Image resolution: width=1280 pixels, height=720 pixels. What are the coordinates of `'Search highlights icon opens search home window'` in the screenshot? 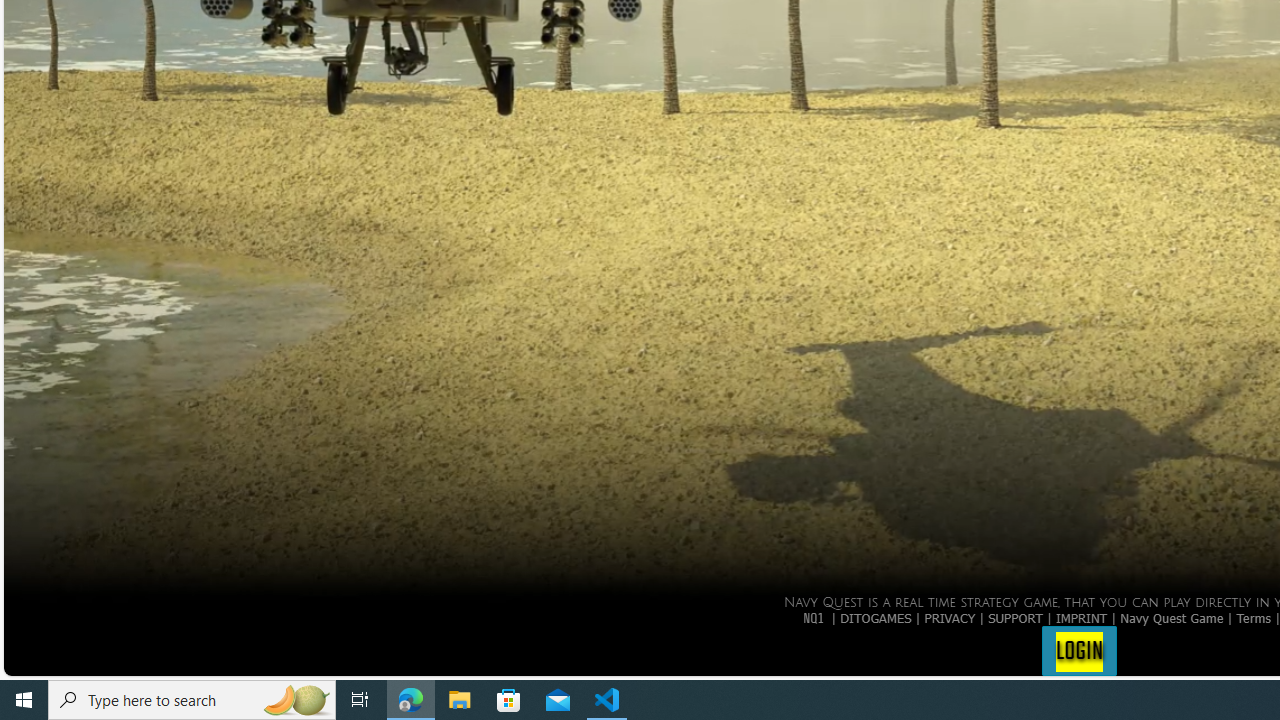 It's located at (294, 698).